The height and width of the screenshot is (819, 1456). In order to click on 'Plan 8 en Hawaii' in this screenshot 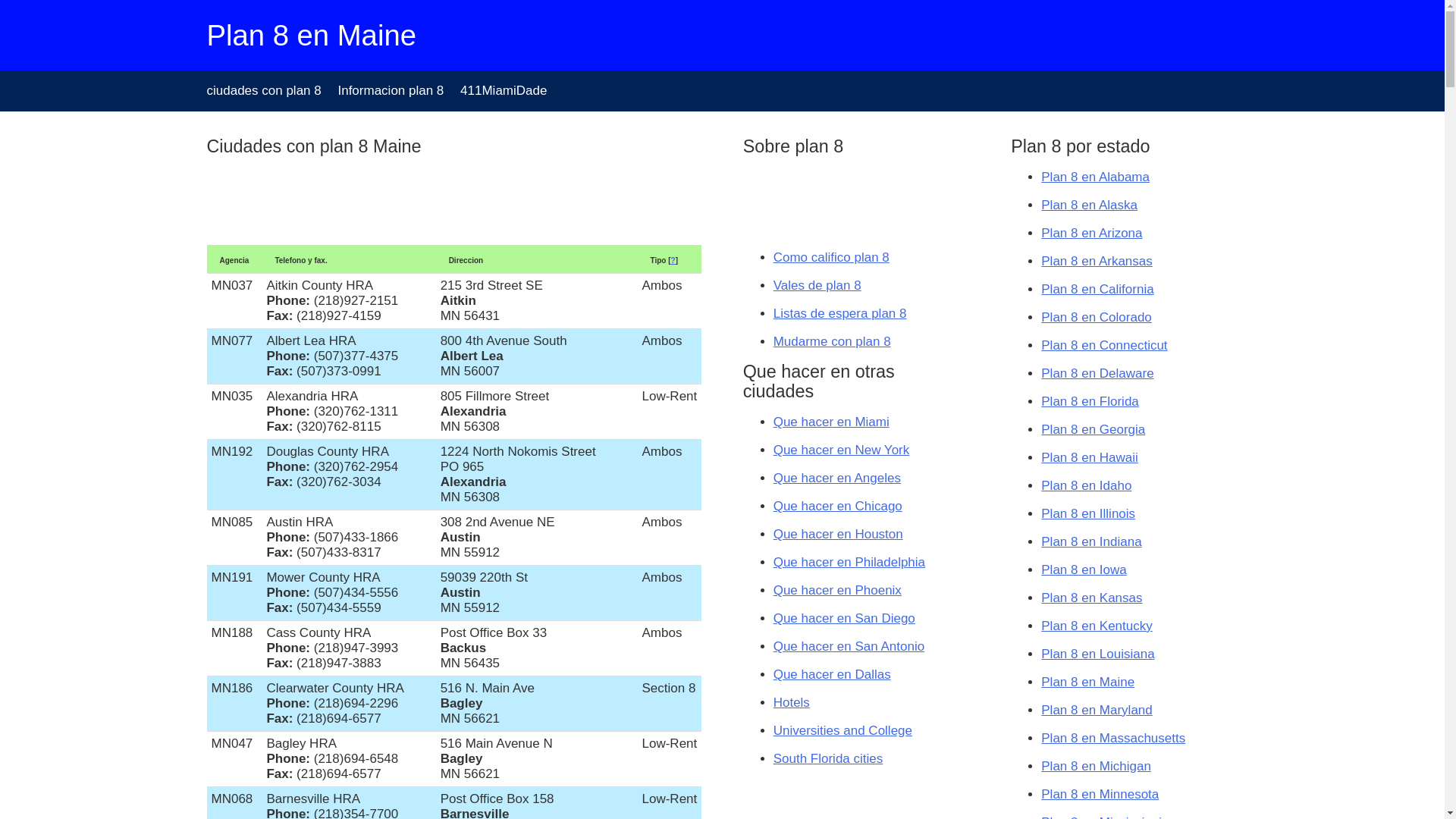, I will do `click(1088, 457)`.